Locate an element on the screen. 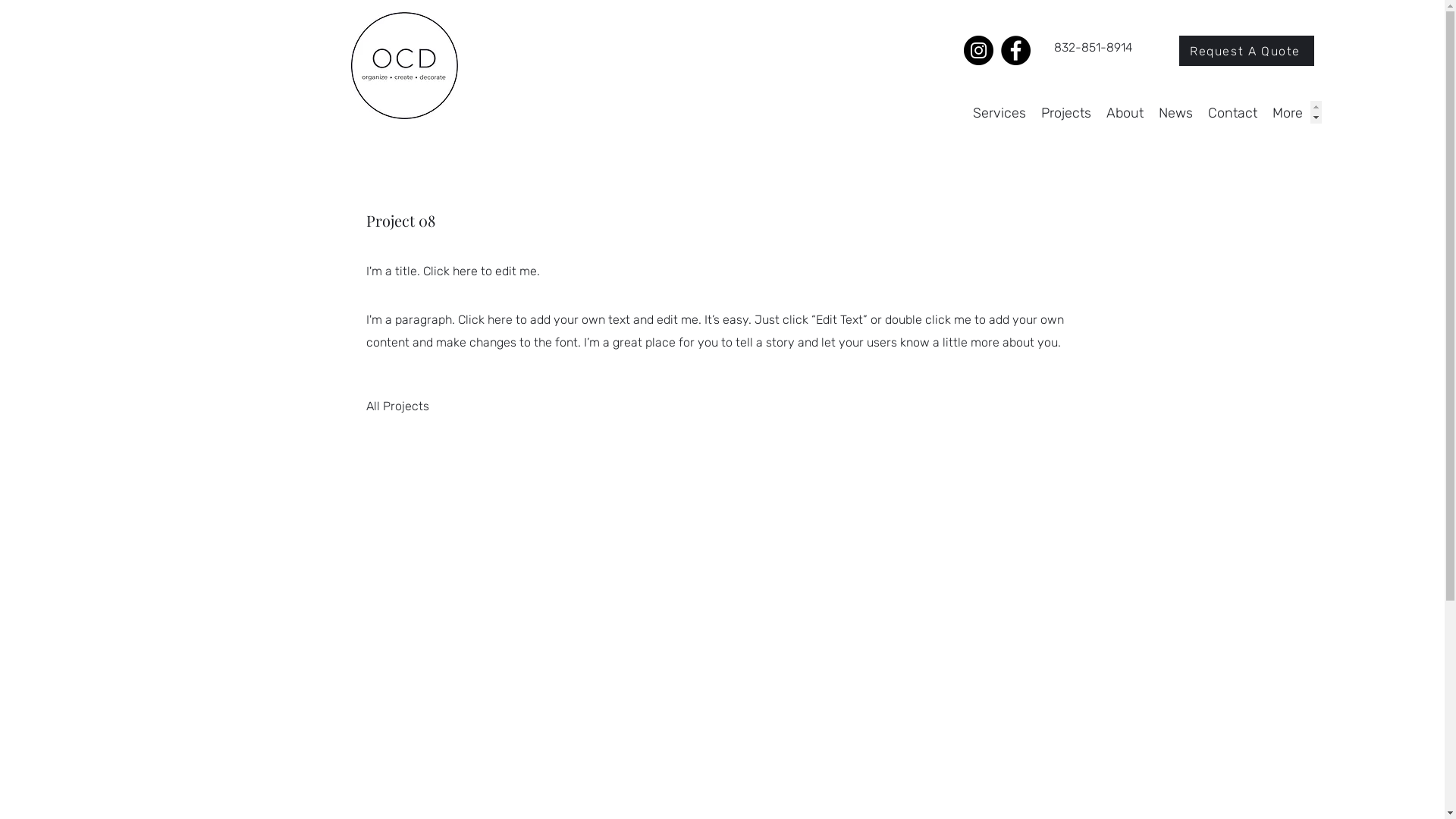 Image resolution: width=1456 pixels, height=819 pixels. 'News' is located at coordinates (1175, 111).